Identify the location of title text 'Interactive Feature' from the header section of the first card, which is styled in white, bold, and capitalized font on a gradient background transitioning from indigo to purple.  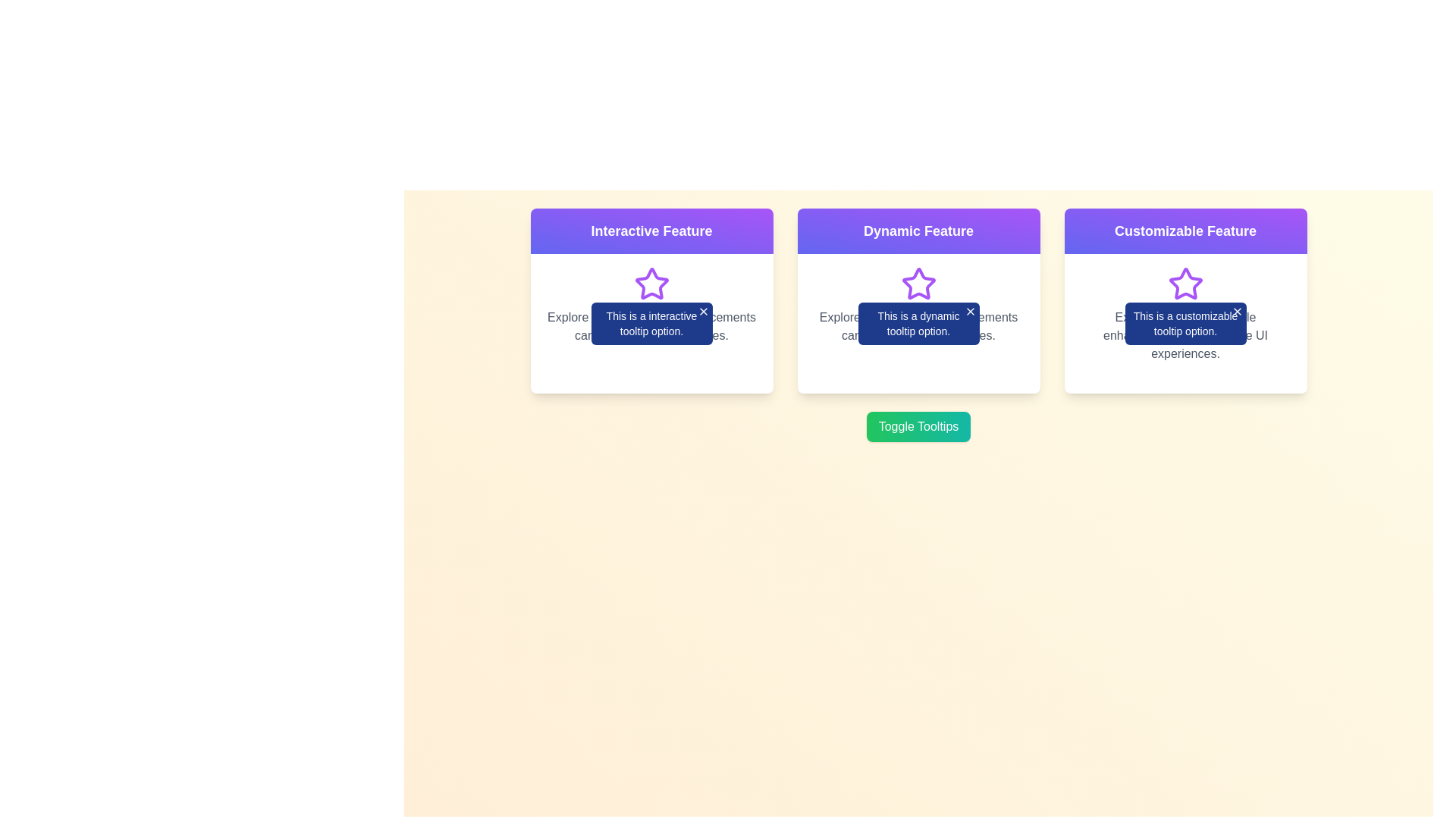
(651, 231).